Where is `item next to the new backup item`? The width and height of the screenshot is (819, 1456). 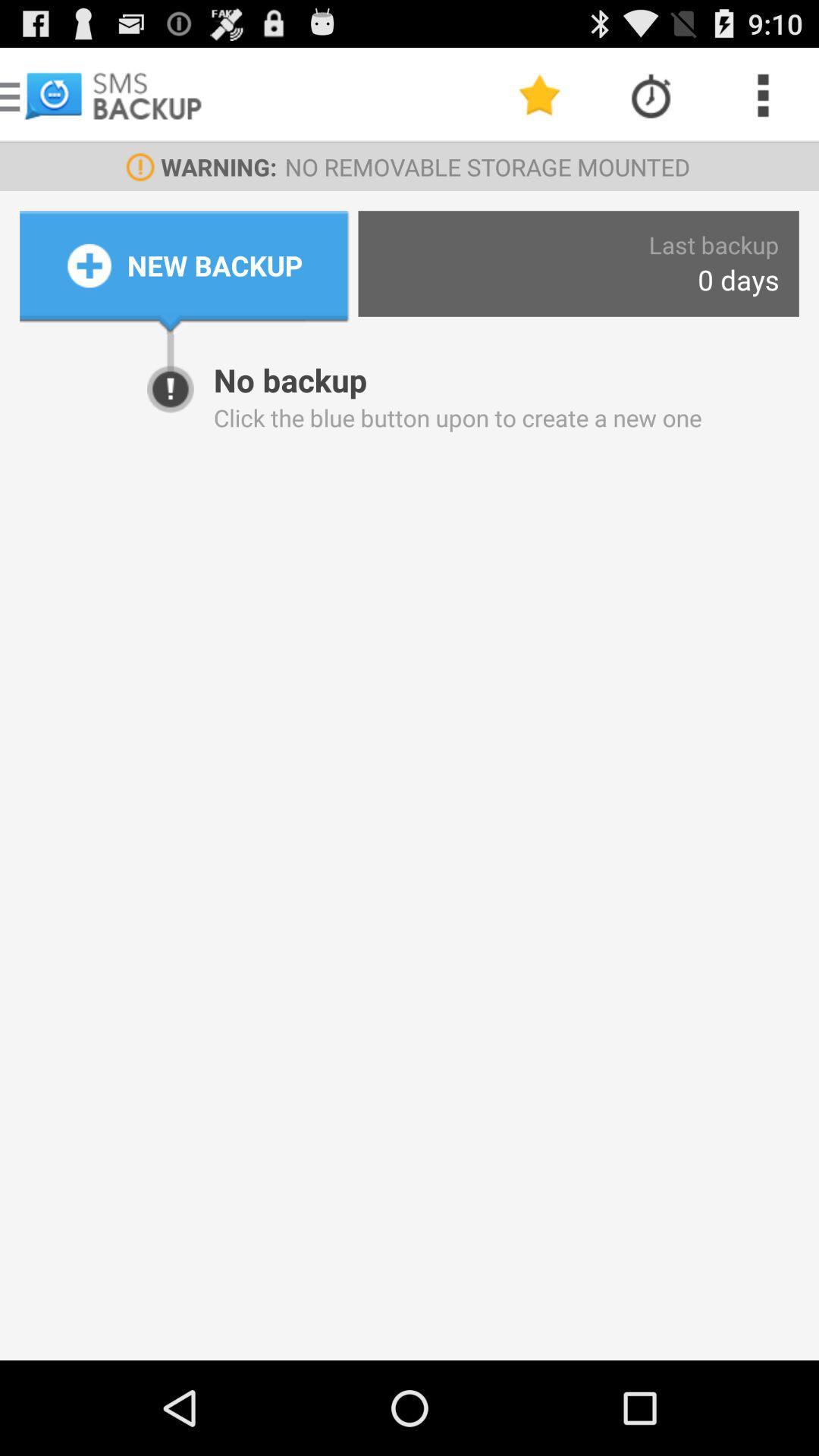
item next to the new backup item is located at coordinates (737, 280).